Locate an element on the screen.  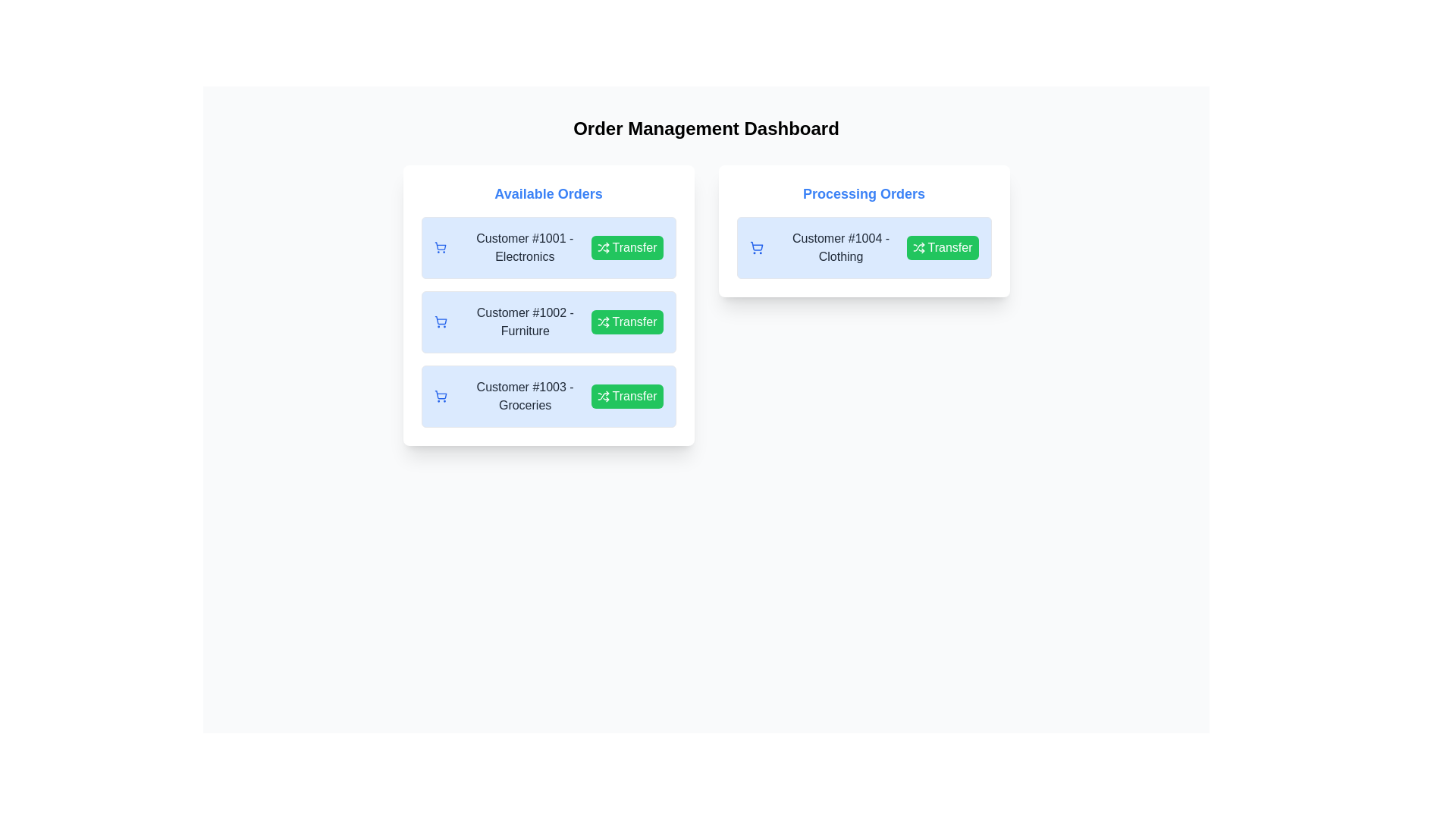
'Customer #1002 - Furniture' text and icon display component located in the 'Available Orders' section, which is the second item in a vertical list of orders is located at coordinates (513, 321).